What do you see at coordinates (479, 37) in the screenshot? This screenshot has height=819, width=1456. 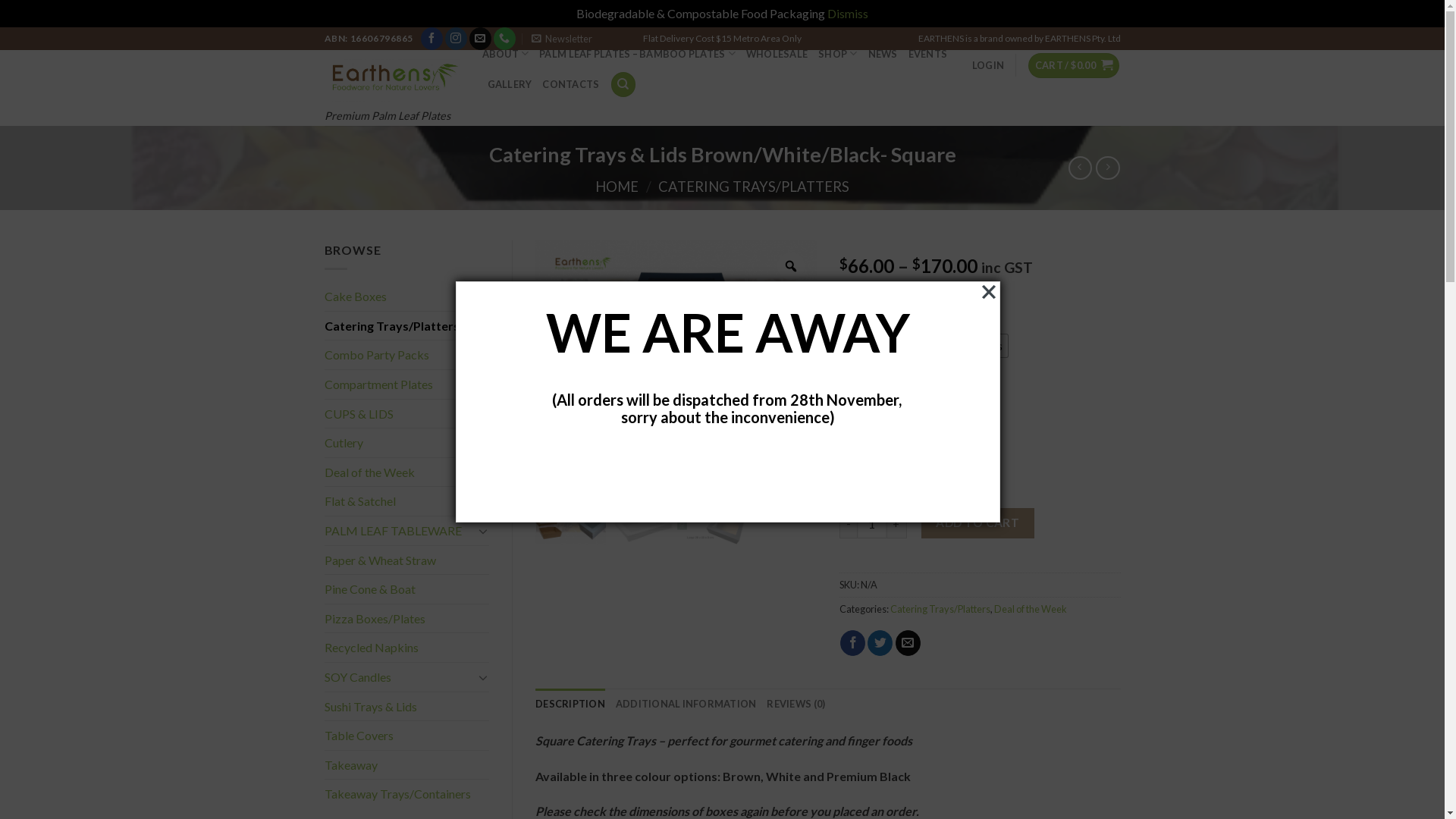 I see `'Send us an email'` at bounding box center [479, 37].